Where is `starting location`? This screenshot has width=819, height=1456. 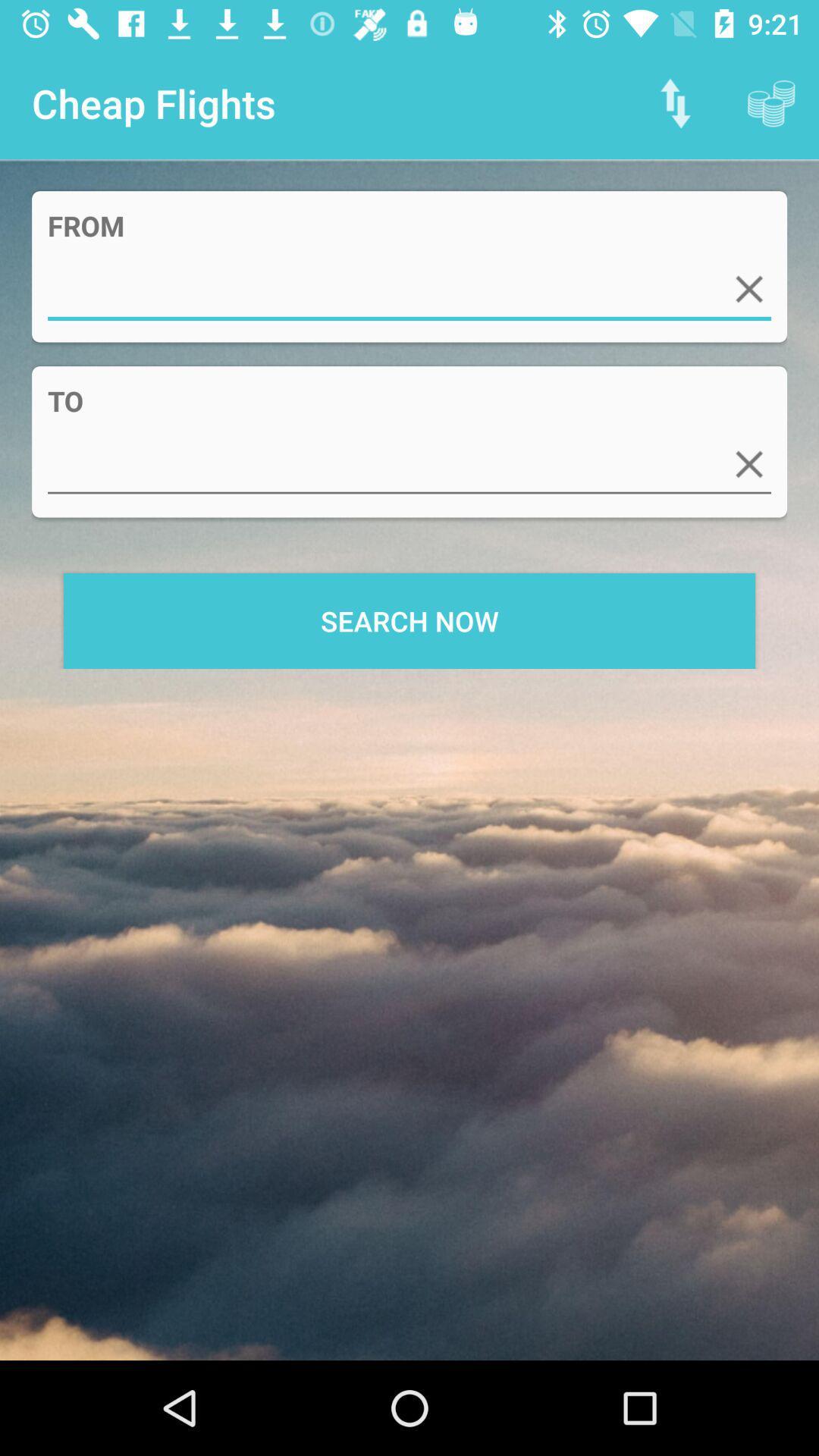 starting location is located at coordinates (409, 289).